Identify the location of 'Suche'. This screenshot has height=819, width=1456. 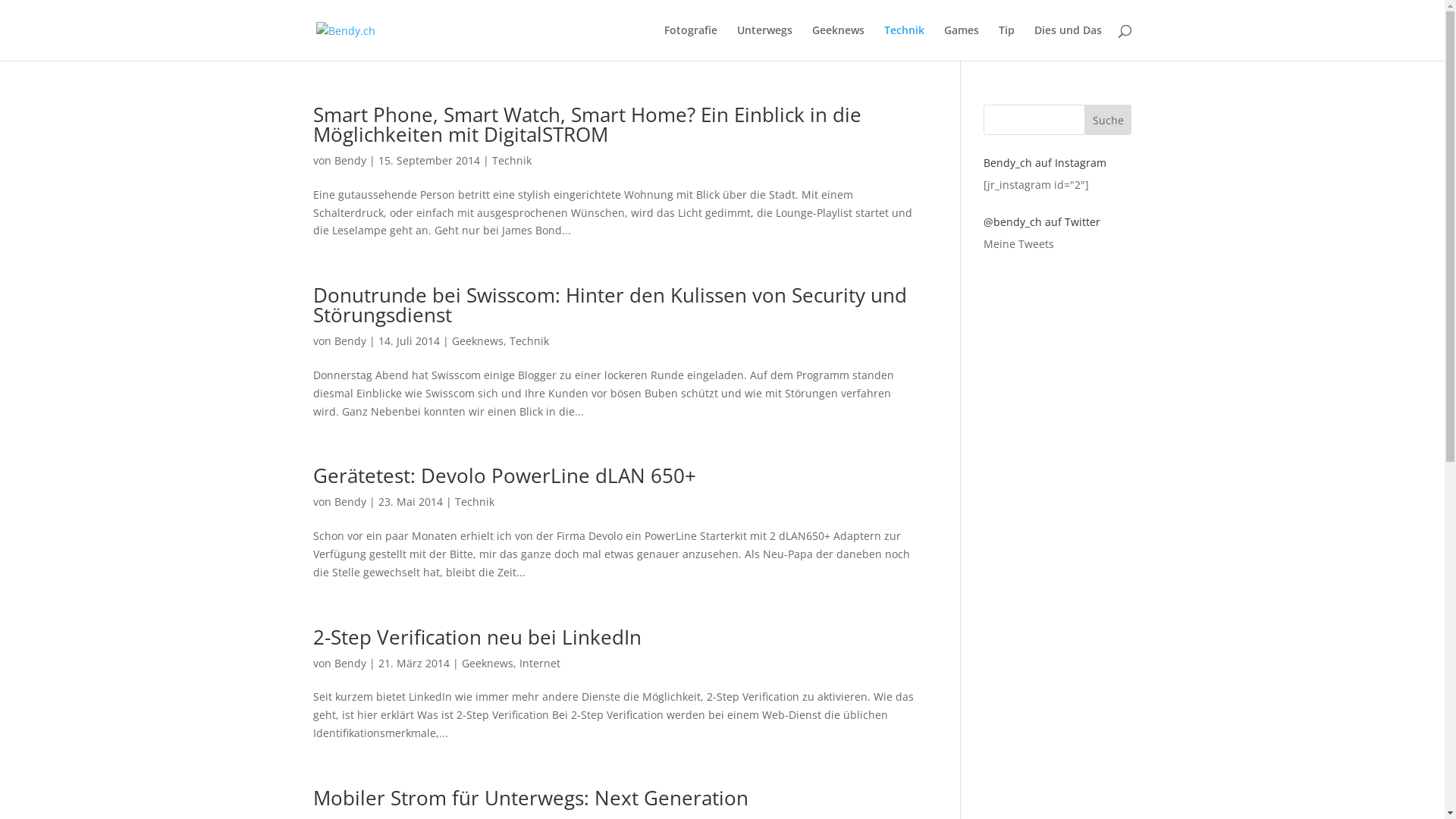
(1108, 119).